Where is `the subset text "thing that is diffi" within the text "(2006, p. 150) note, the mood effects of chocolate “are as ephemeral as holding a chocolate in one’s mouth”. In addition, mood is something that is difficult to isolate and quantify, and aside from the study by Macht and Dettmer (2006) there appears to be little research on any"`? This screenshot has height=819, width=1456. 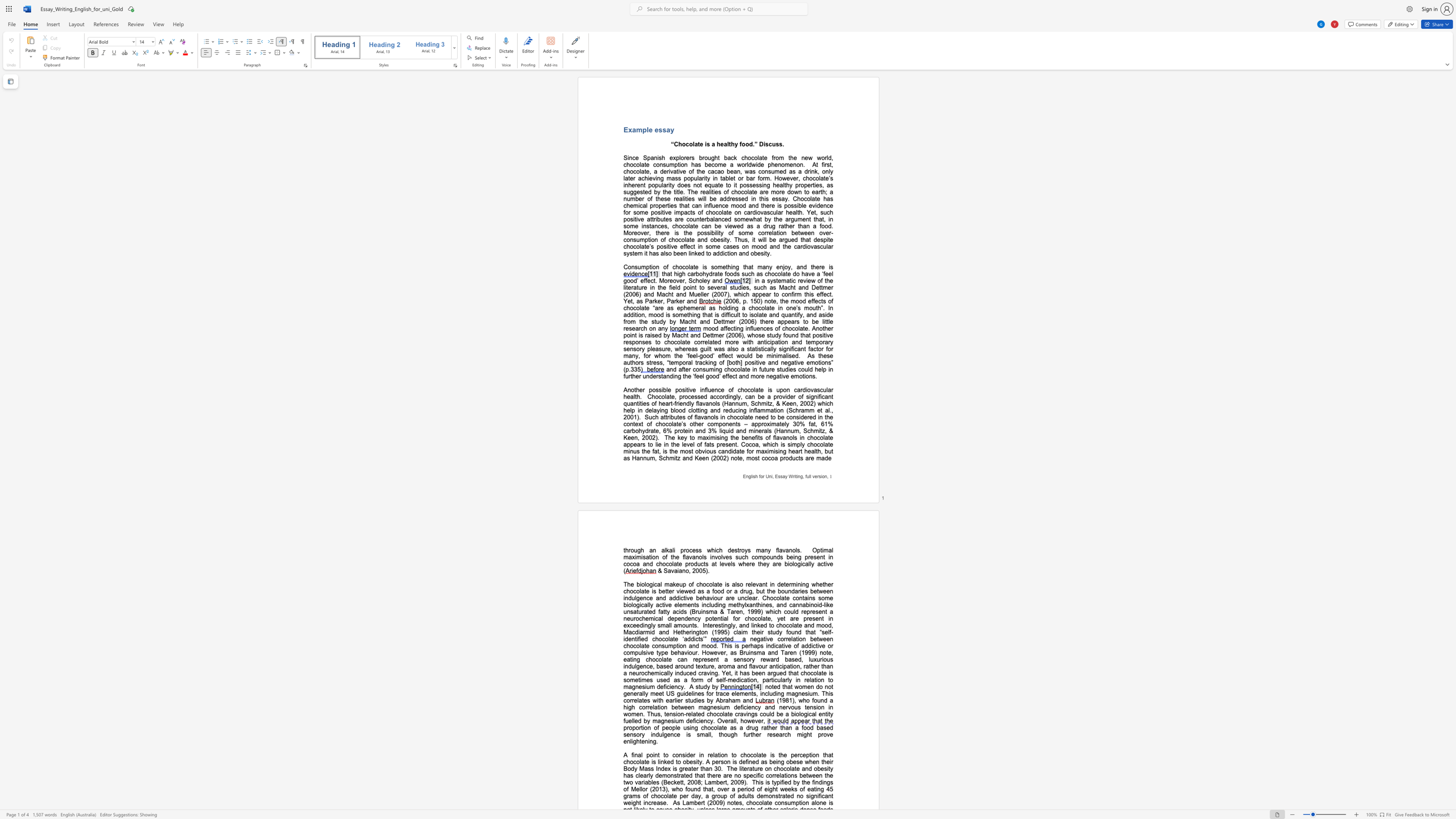
the subset text "thing that is diffi" within the text "(2006, p. 150) note, the mood effects of chocolate “are as ephemeral as holding a chocolate in one’s mouth”. In addition, mood is something that is difficult to isolate and quantify, and aside from the study by Macht and Dettmer (2006) there appears to be little research on any" is located at coordinates (687, 314).